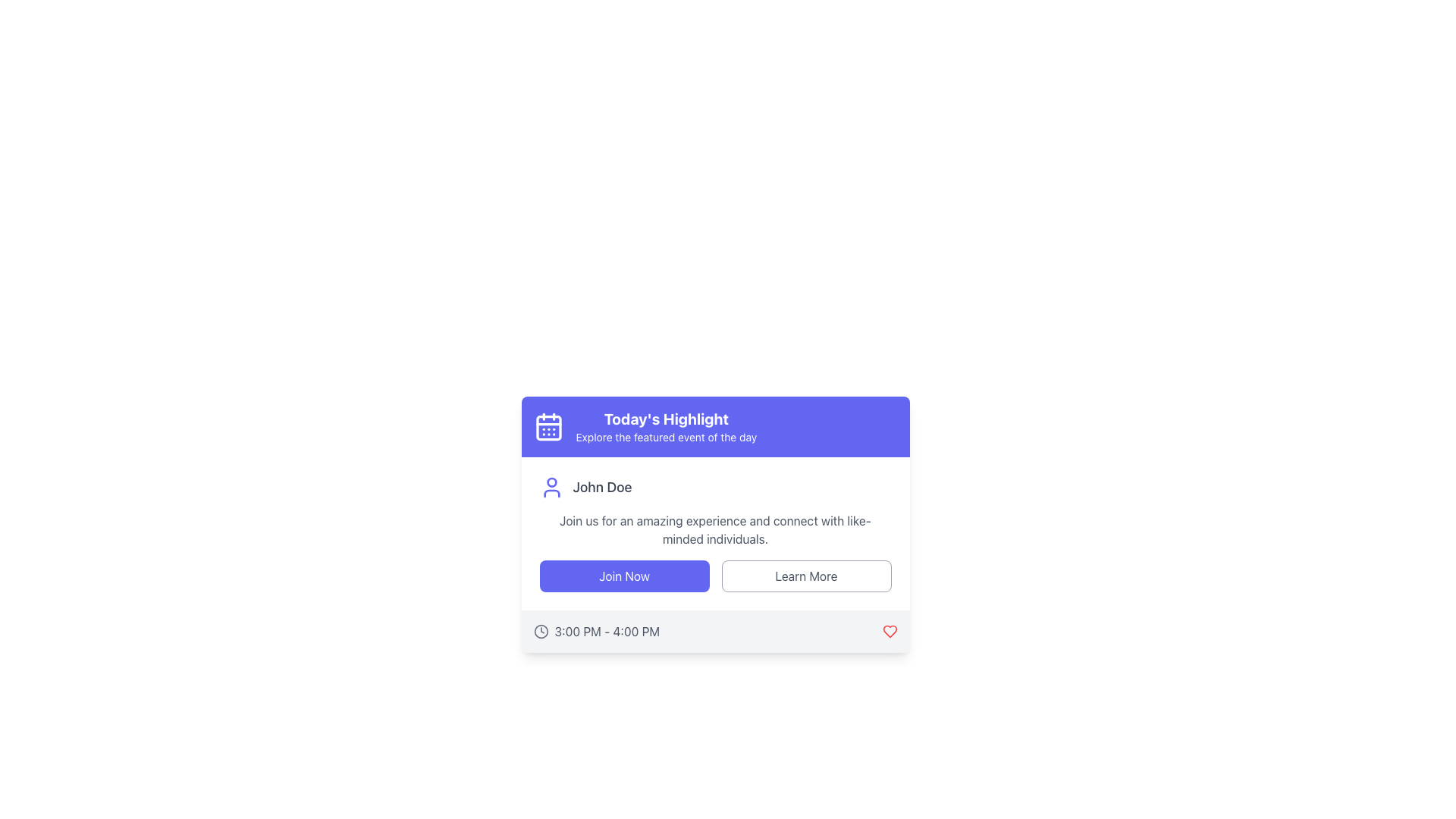 This screenshot has height=819, width=1456. What do you see at coordinates (541, 632) in the screenshot?
I see `the circular graphical element that forms part of the clock icon located at the bottom left of a card displaying event details, left of the text '3:00 PM - 4:00 PM'` at bounding box center [541, 632].